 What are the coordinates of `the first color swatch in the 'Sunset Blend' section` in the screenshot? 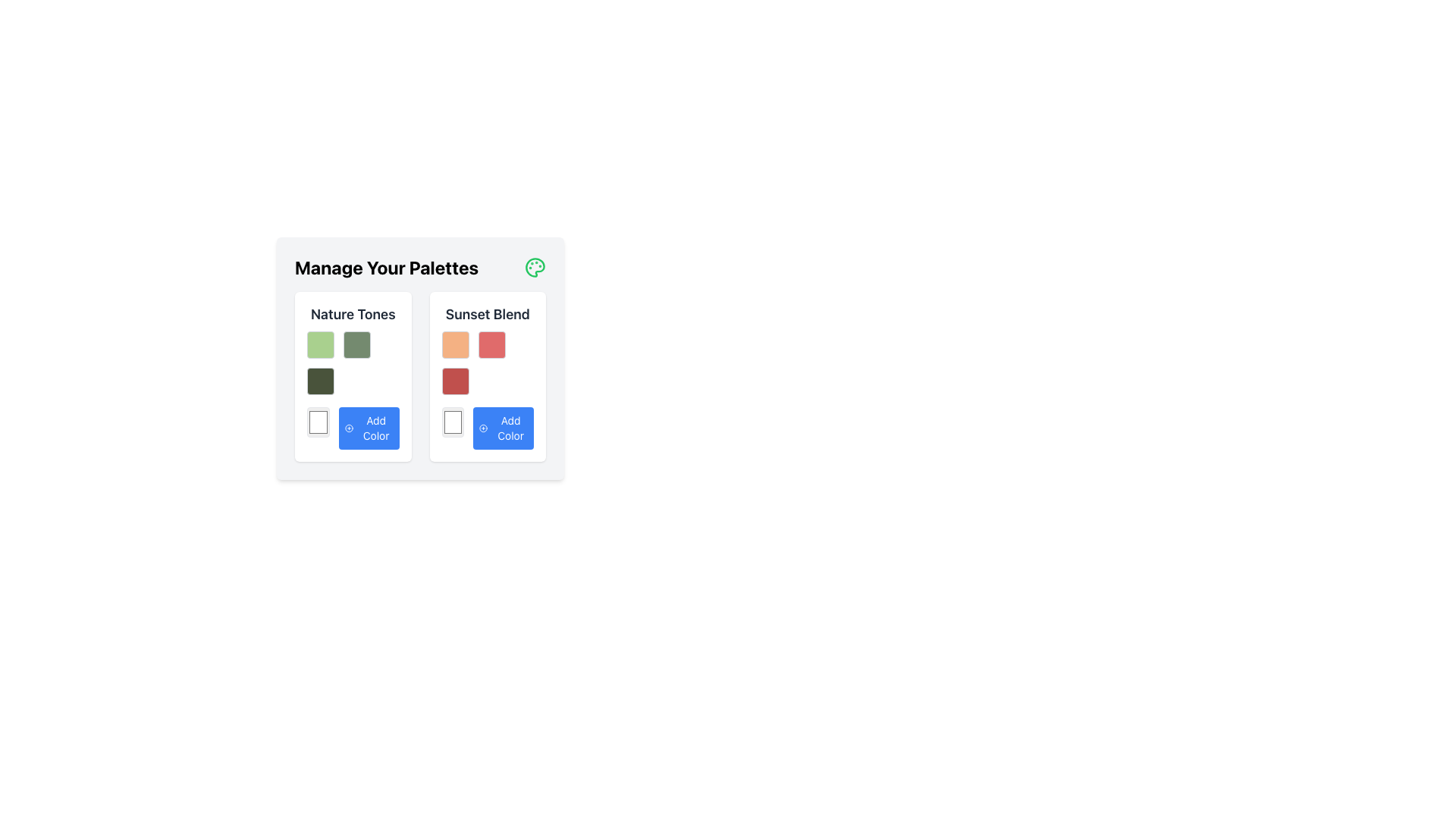 It's located at (454, 345).